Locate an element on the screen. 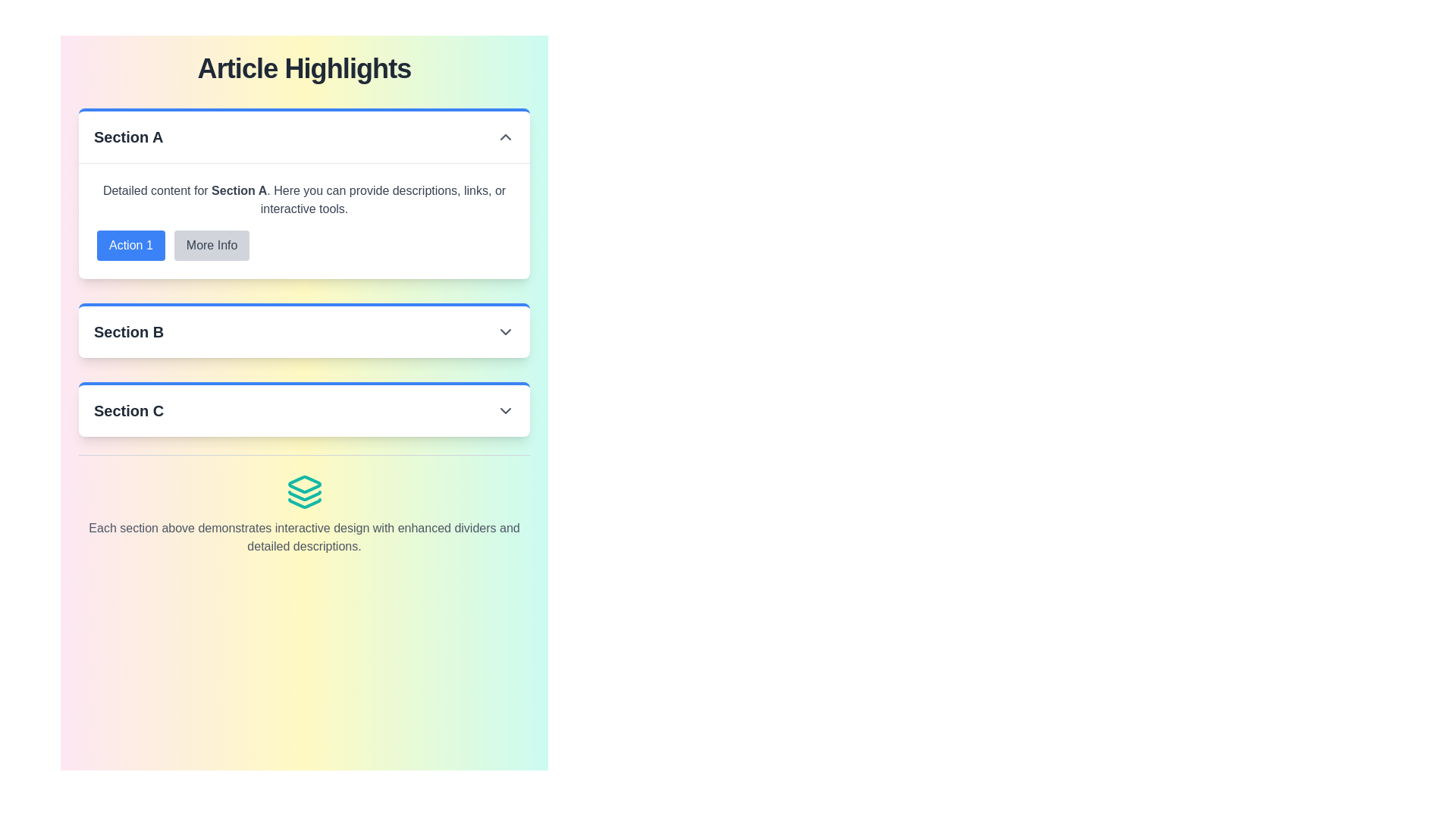 The height and width of the screenshot is (819, 1456). the Text Label indicating 'Section A', which highlights the subtopic within the detailed description is located at coordinates (238, 190).